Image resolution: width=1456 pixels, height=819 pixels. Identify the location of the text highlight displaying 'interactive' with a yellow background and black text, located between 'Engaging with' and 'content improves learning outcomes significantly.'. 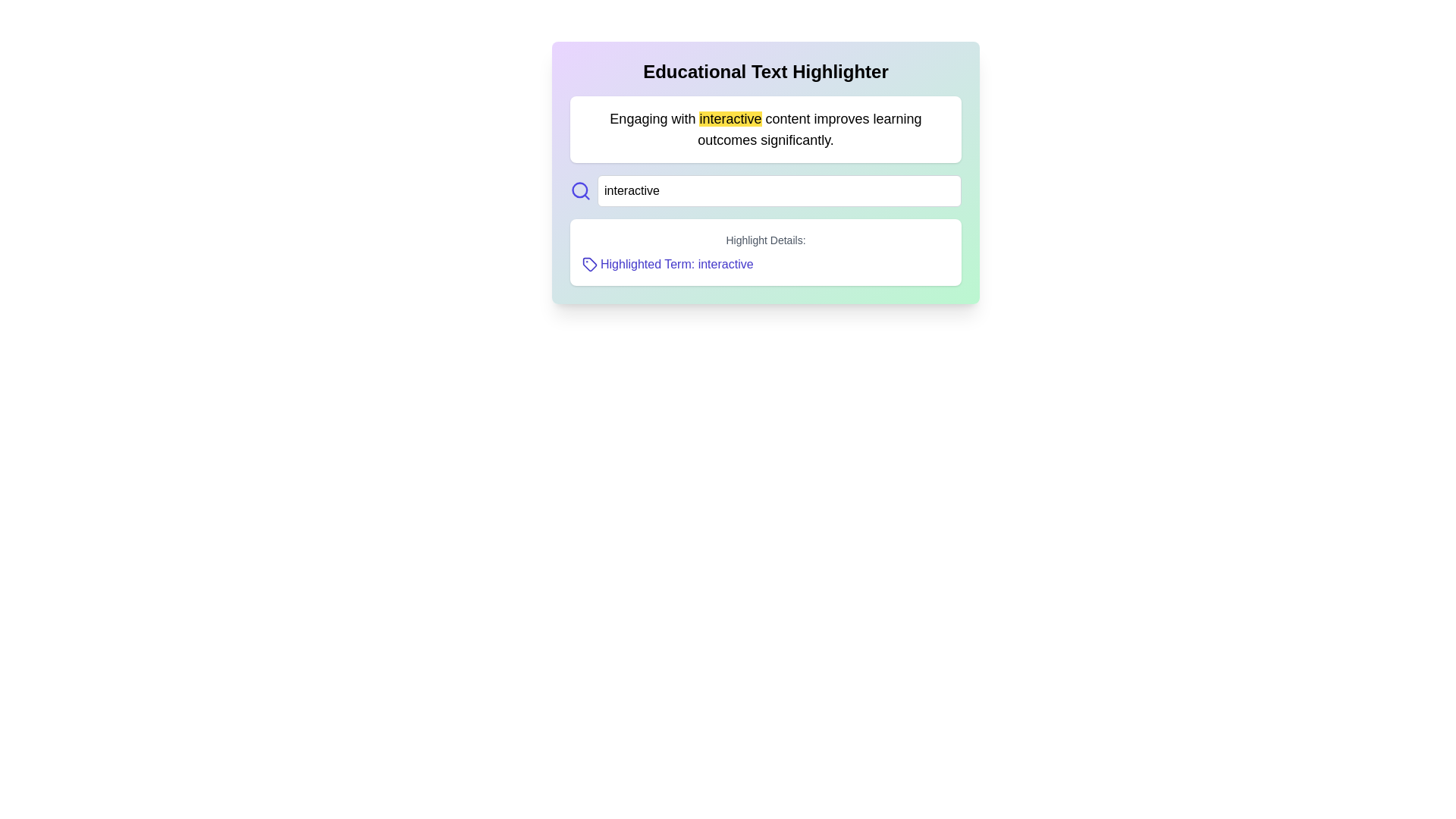
(730, 118).